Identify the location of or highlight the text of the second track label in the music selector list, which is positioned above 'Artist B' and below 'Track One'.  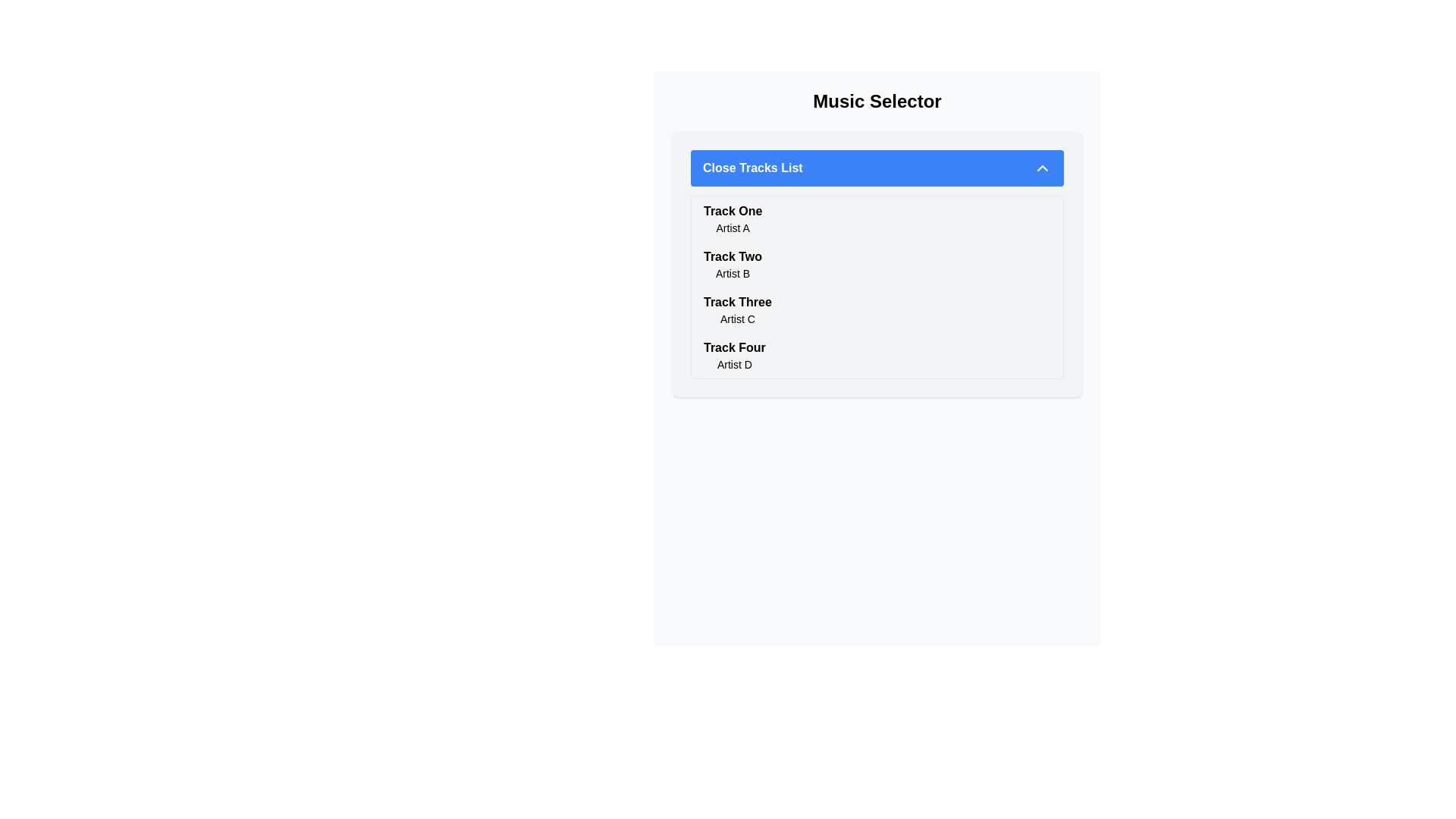
(733, 256).